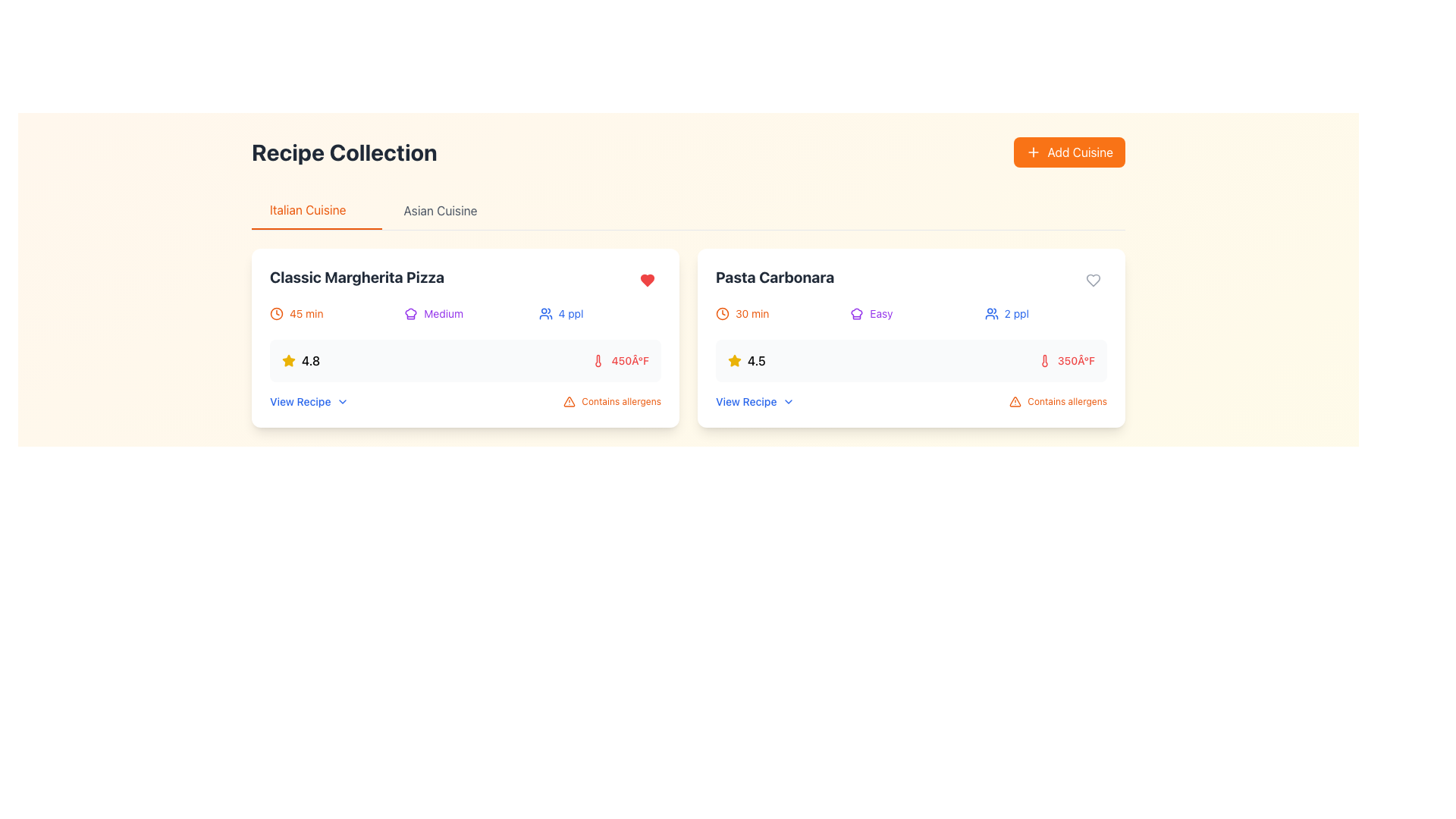 The width and height of the screenshot is (1456, 819). Describe the element at coordinates (857, 312) in the screenshot. I see `the chef's hat SVG icon, which is part of the 'Easy' label in the 'Pasta Carbonara' card` at that location.